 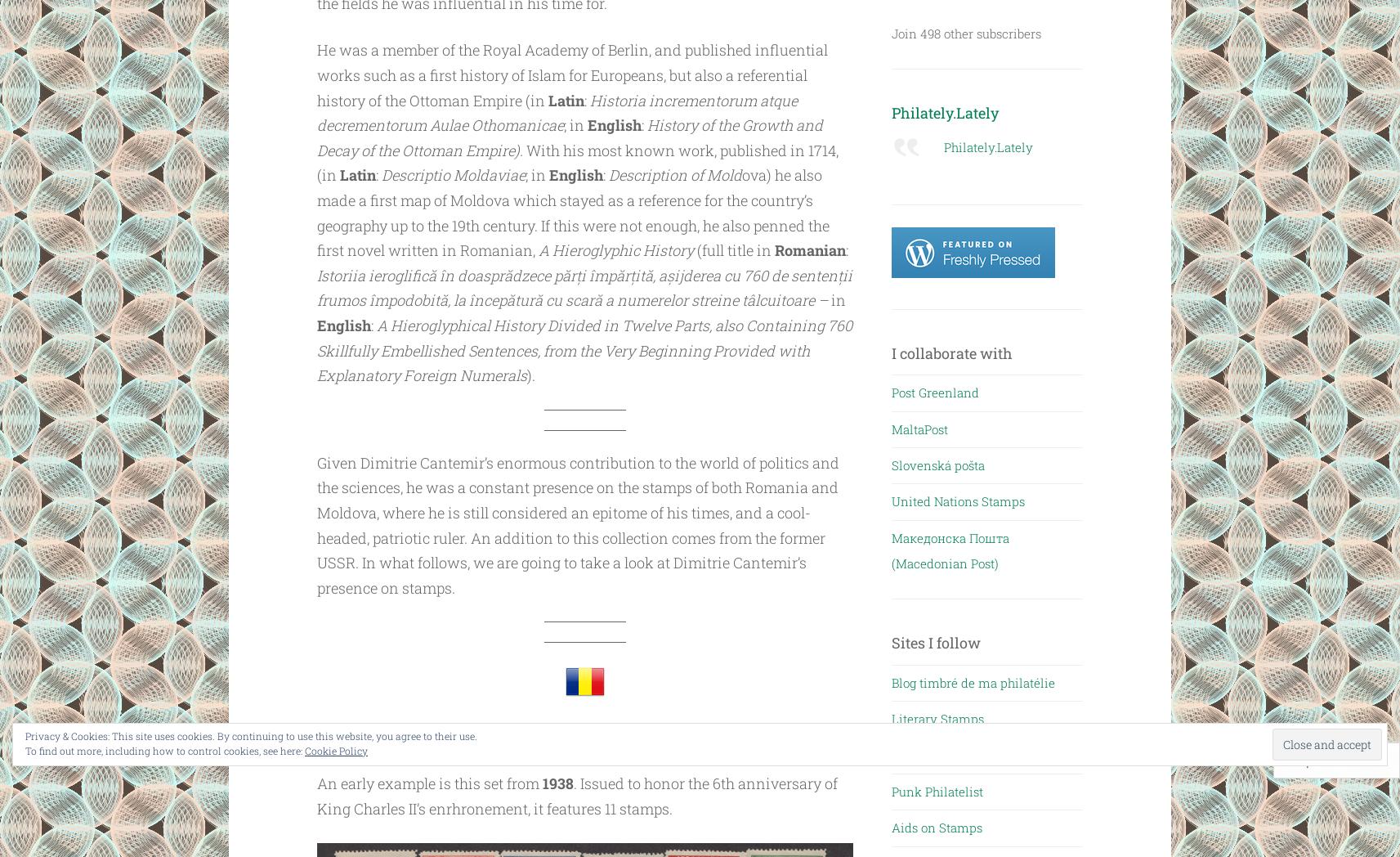 What do you see at coordinates (584, 338) in the screenshot?
I see `'A Hieroglyphical History Divided in Twelve Parts, also Containing 760 Skillfully Embellished Sentences, from the Very Beginning'` at bounding box center [584, 338].